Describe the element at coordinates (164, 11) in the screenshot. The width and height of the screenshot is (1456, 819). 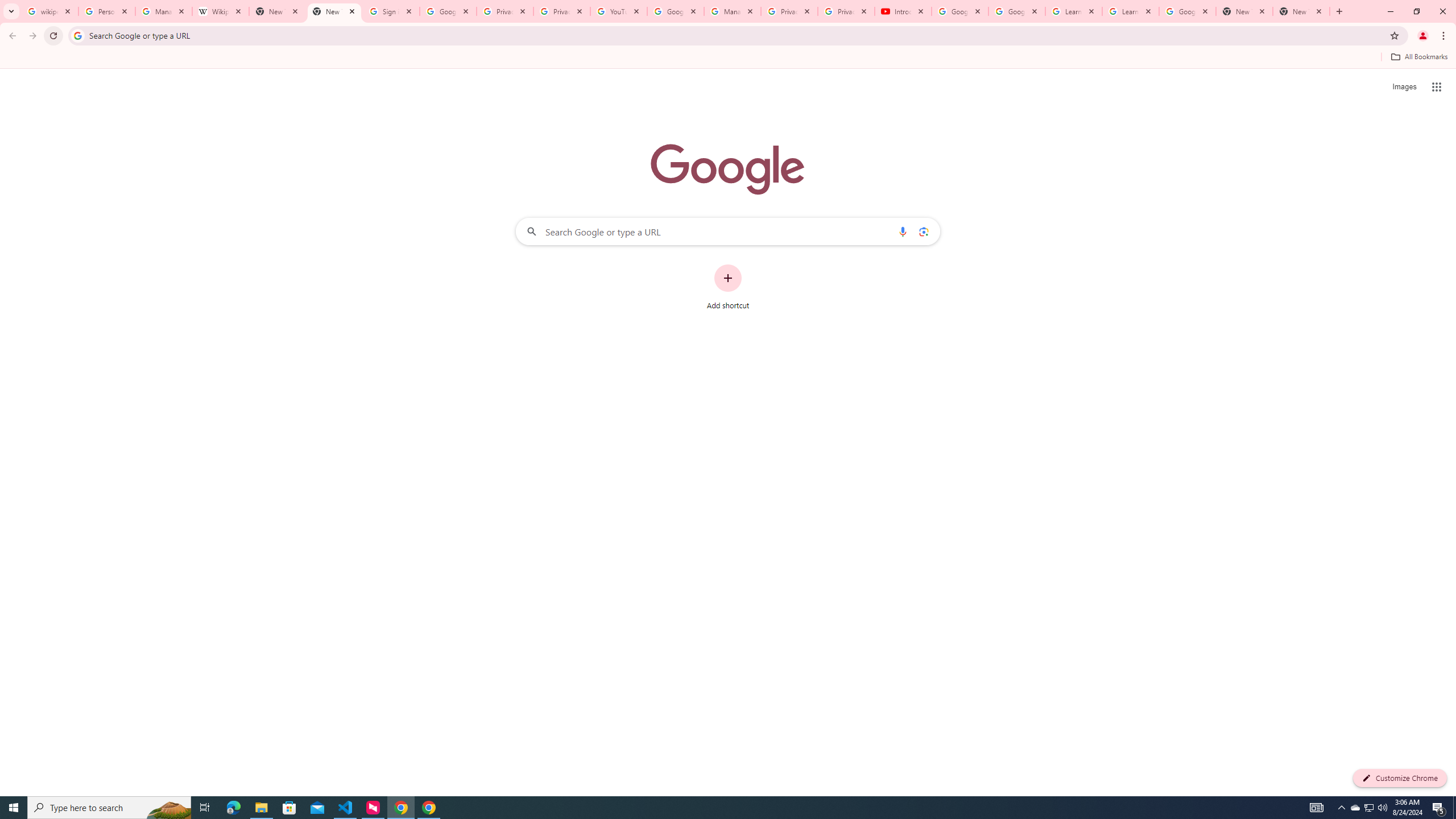
I see `'Manage your Location History - Google Search Help'` at that location.